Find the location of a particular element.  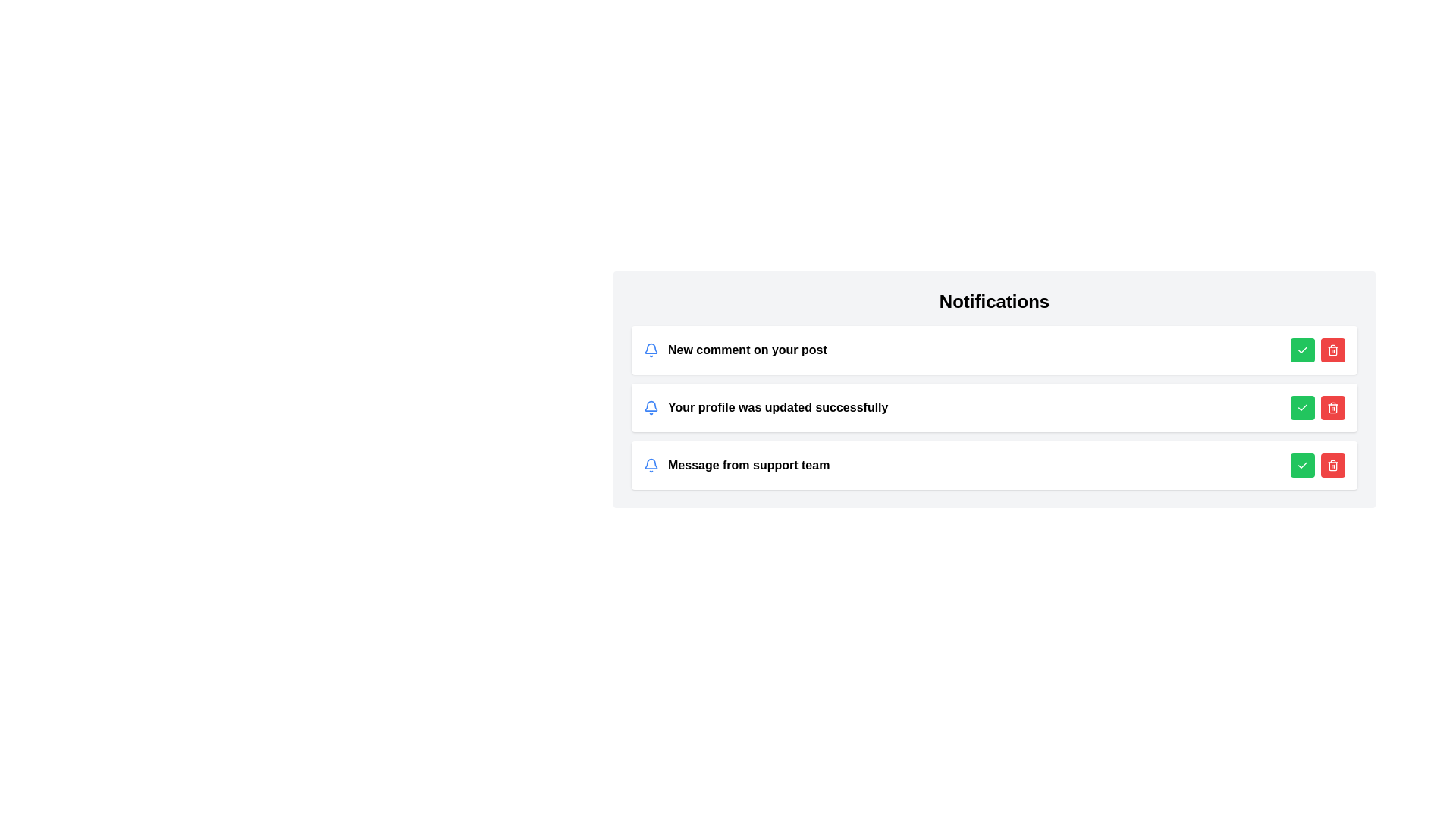

the delete button for the notification with text Your profile was updated successfully is located at coordinates (1332, 406).